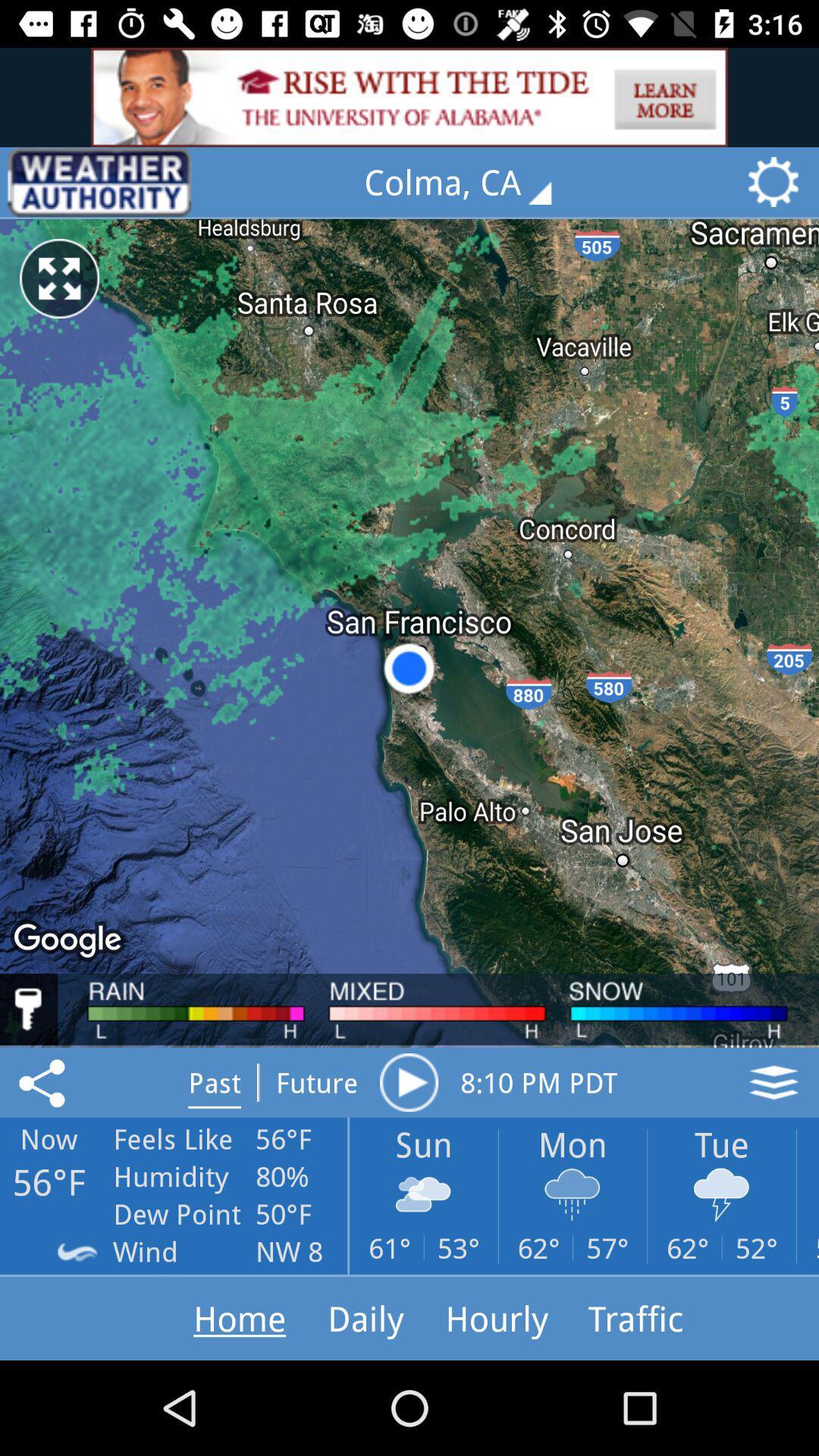  Describe the element at coordinates (99, 182) in the screenshot. I see `the date_range icon` at that location.